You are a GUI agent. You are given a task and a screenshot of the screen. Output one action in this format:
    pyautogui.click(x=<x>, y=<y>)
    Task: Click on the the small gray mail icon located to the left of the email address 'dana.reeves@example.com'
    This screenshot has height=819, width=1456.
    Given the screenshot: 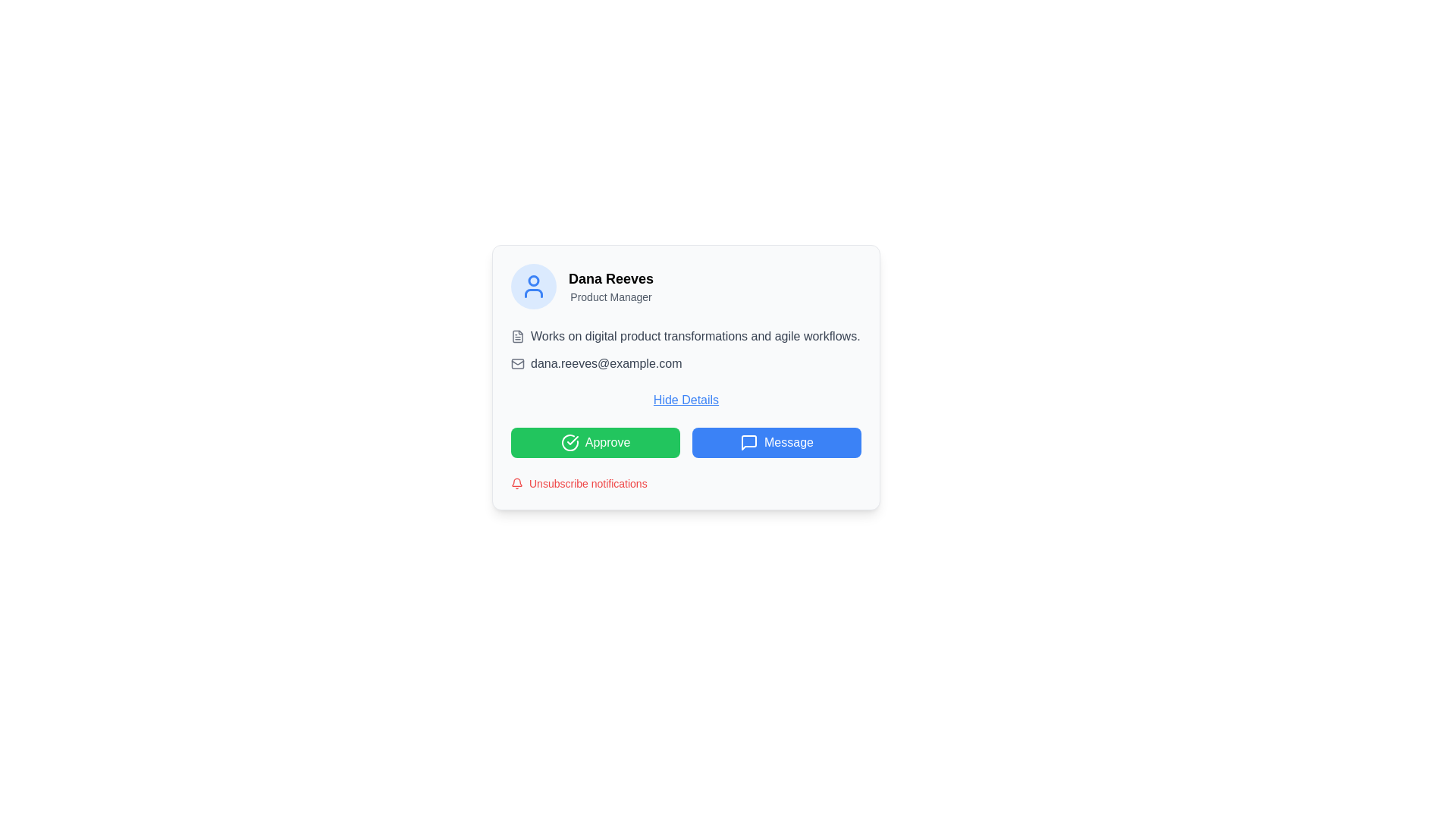 What is the action you would take?
    pyautogui.click(x=517, y=363)
    